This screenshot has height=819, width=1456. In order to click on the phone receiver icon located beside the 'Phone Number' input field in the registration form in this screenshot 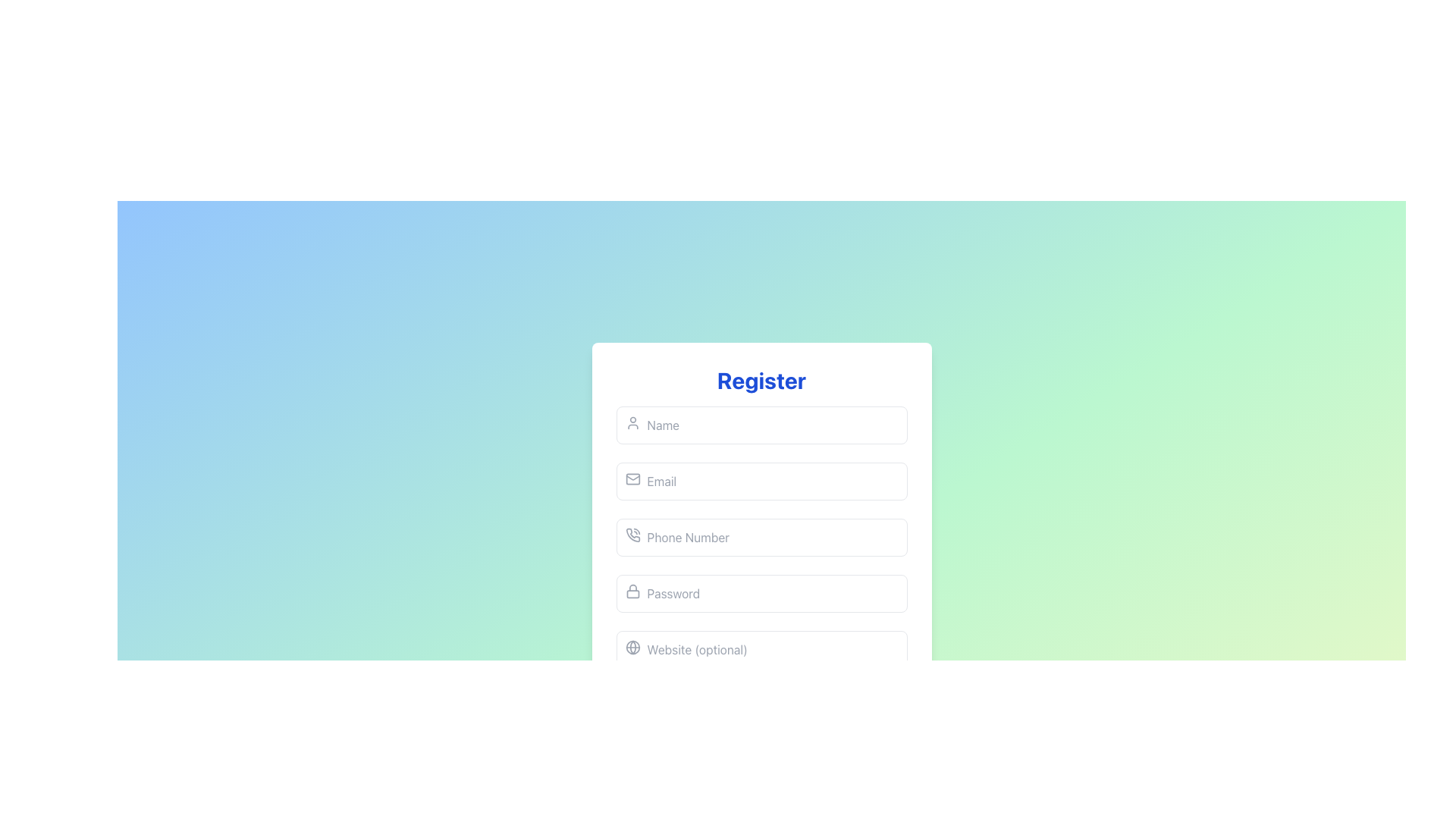, I will do `click(632, 534)`.